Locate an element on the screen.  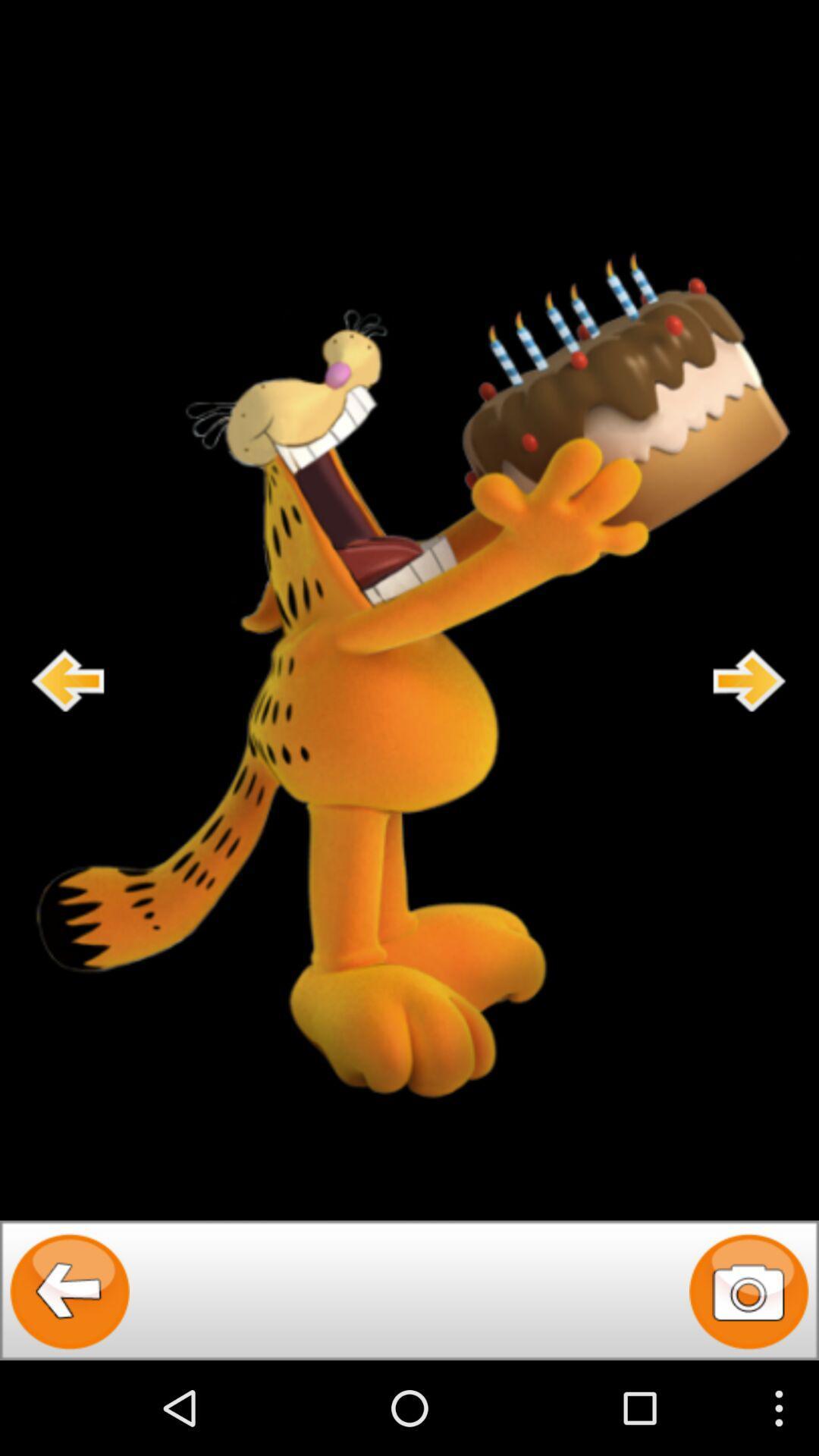
the arrow_forward icon is located at coordinates (749, 728).